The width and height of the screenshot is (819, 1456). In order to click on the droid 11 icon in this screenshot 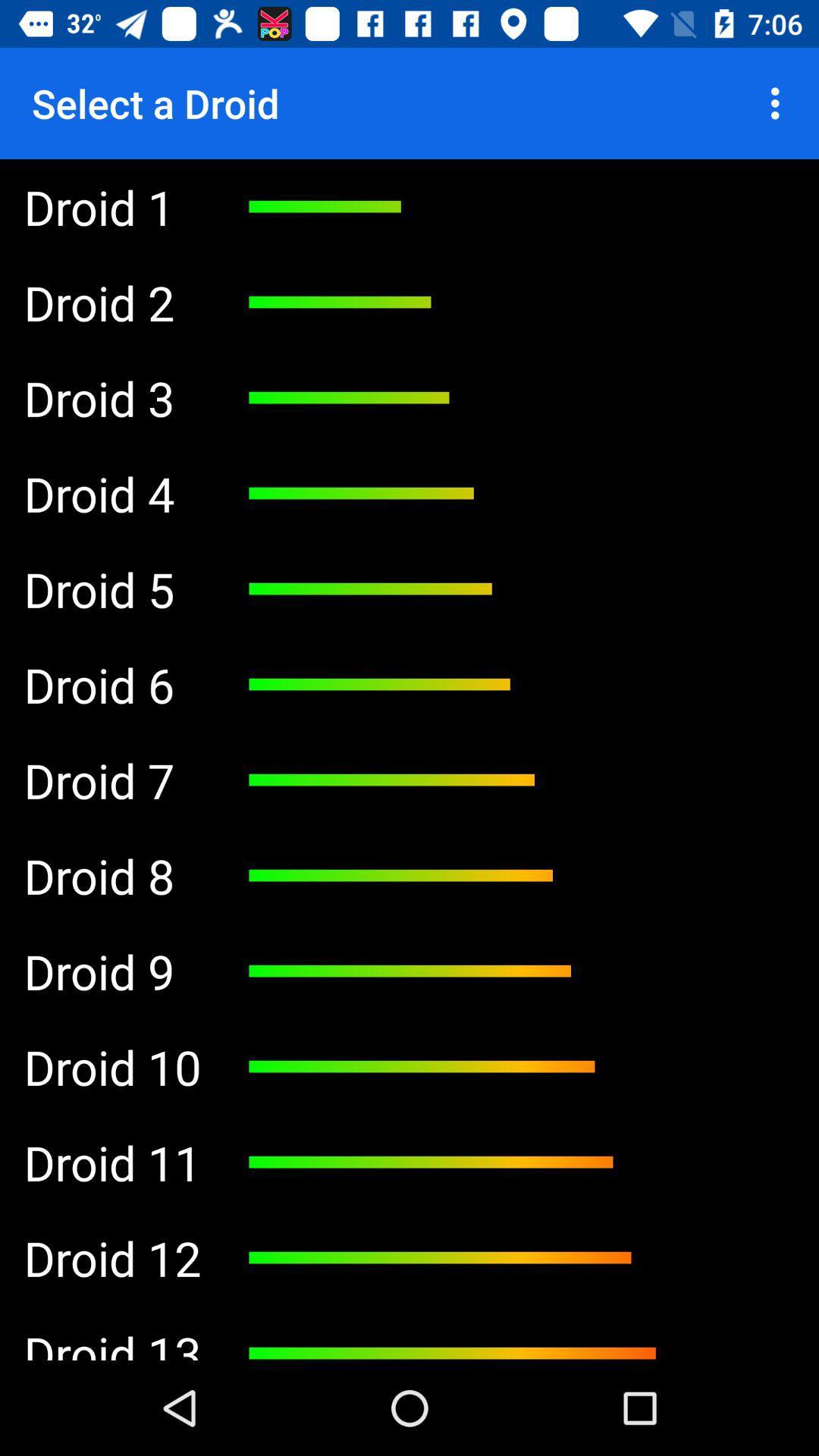, I will do `click(111, 1161)`.